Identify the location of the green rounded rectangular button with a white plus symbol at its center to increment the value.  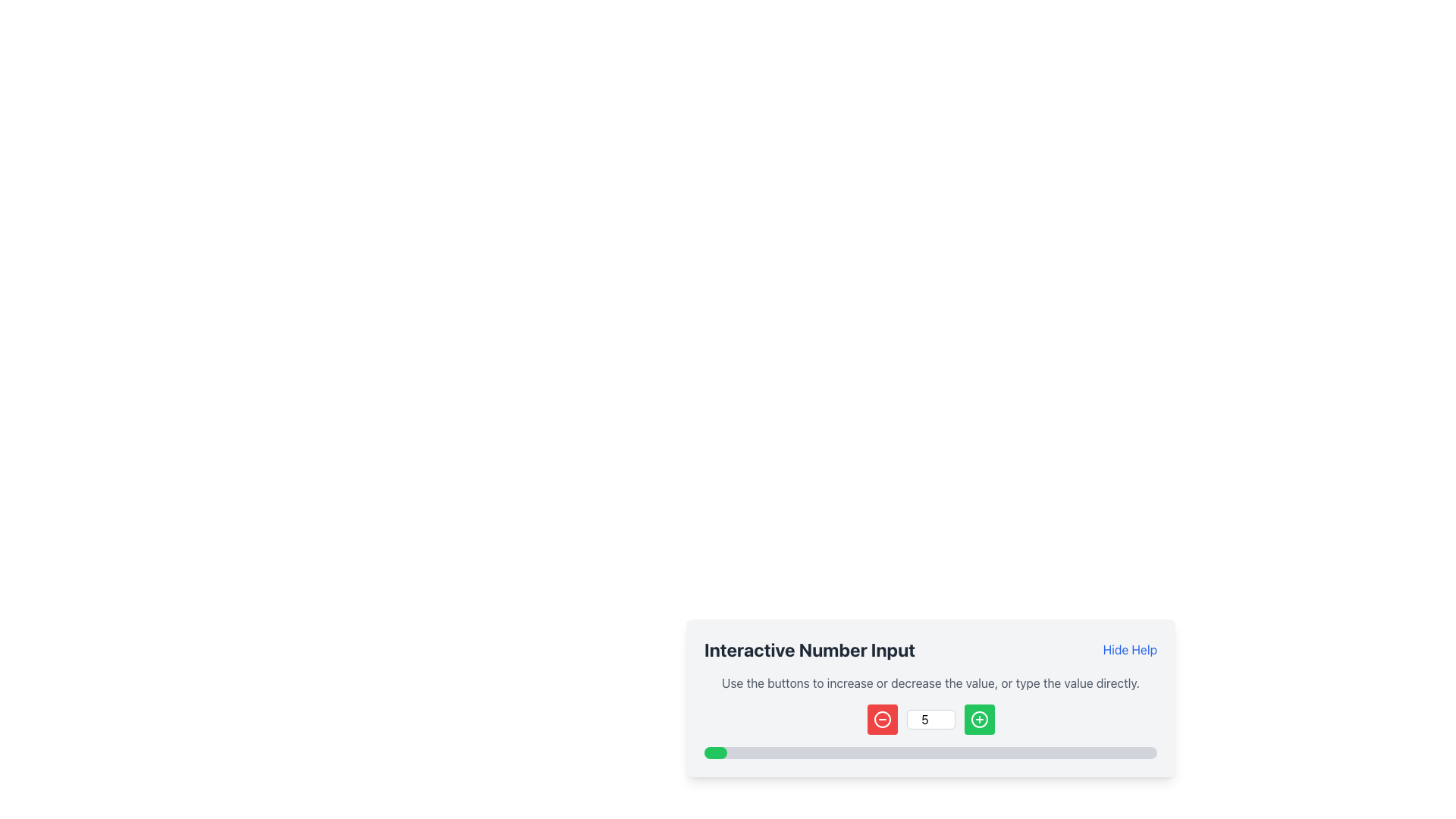
(979, 718).